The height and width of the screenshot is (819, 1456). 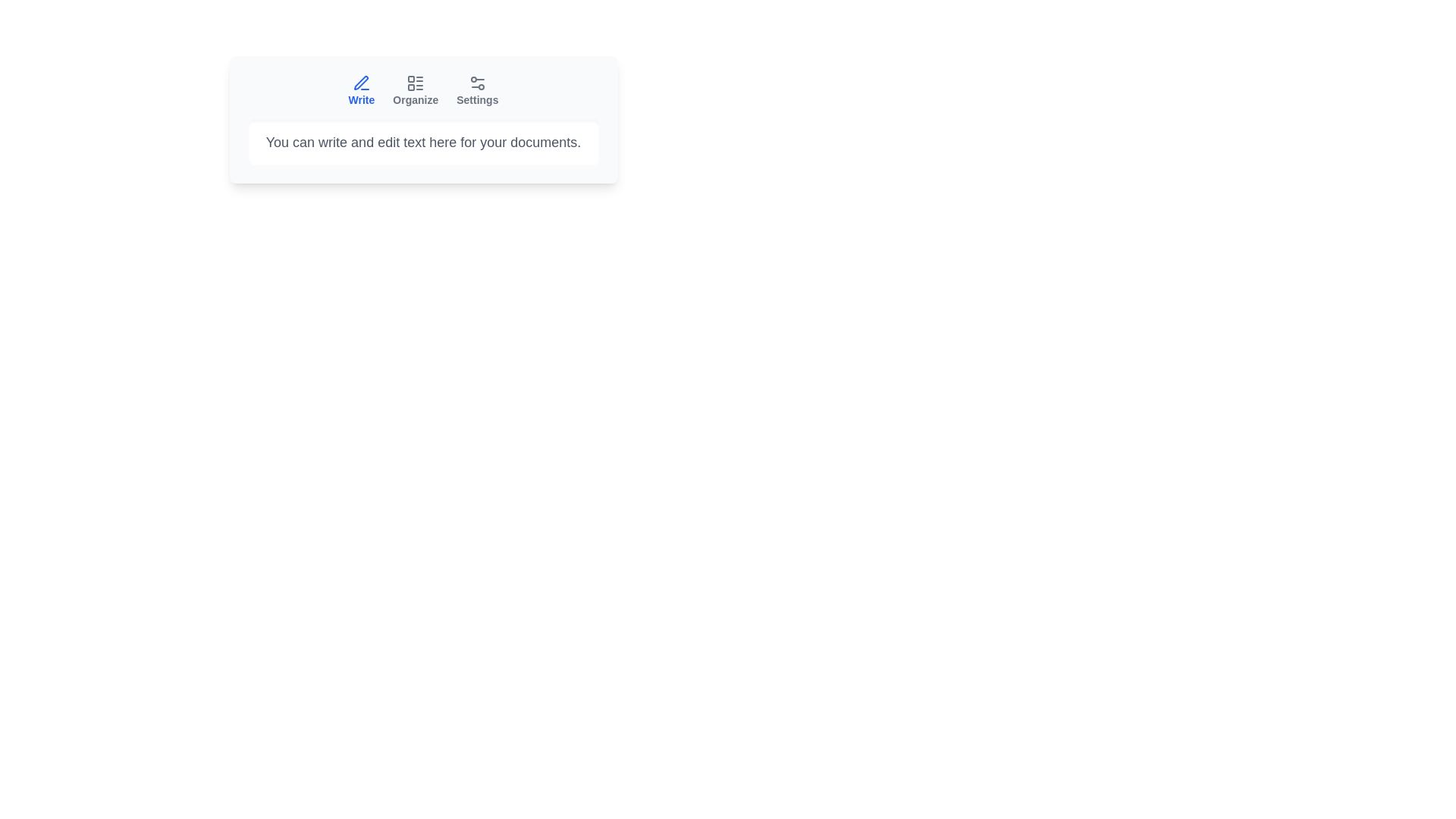 What do you see at coordinates (416, 90) in the screenshot?
I see `the Organize tab by clicking on its button` at bounding box center [416, 90].